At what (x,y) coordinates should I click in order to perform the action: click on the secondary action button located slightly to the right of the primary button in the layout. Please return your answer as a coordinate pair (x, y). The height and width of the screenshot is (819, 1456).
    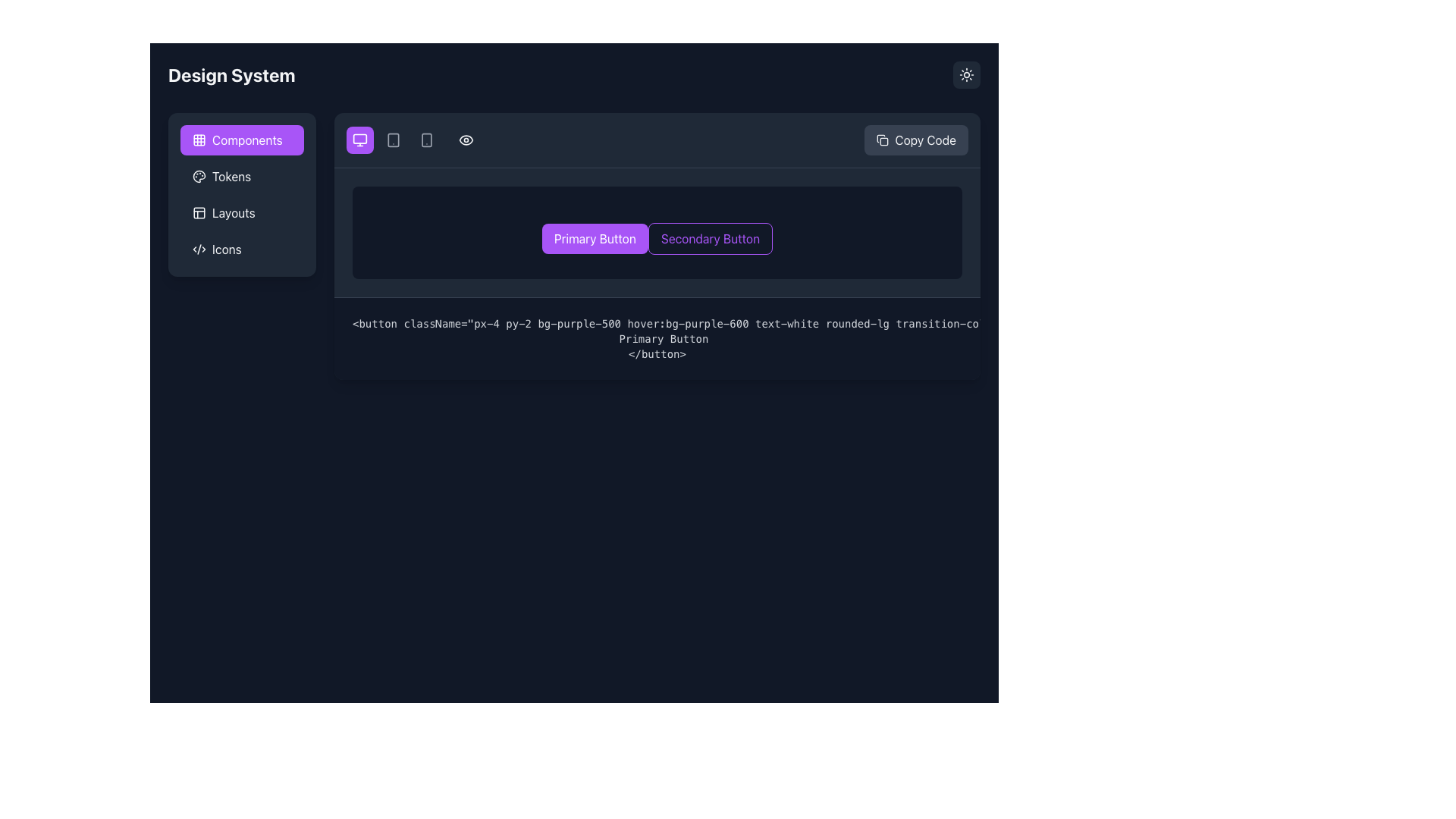
    Looking at the image, I should click on (709, 239).